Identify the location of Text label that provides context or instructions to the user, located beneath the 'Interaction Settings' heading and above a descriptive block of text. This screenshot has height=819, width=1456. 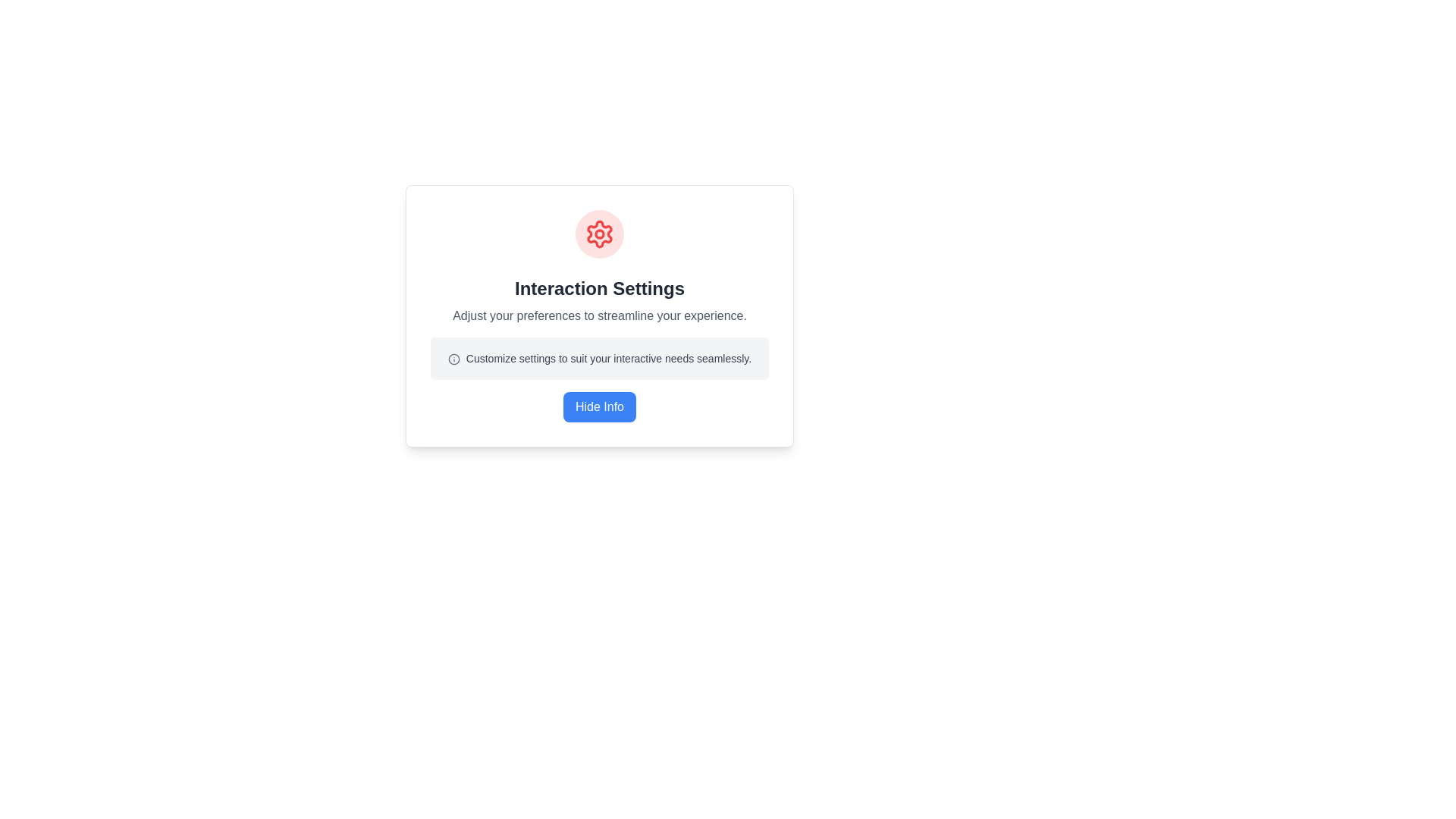
(599, 315).